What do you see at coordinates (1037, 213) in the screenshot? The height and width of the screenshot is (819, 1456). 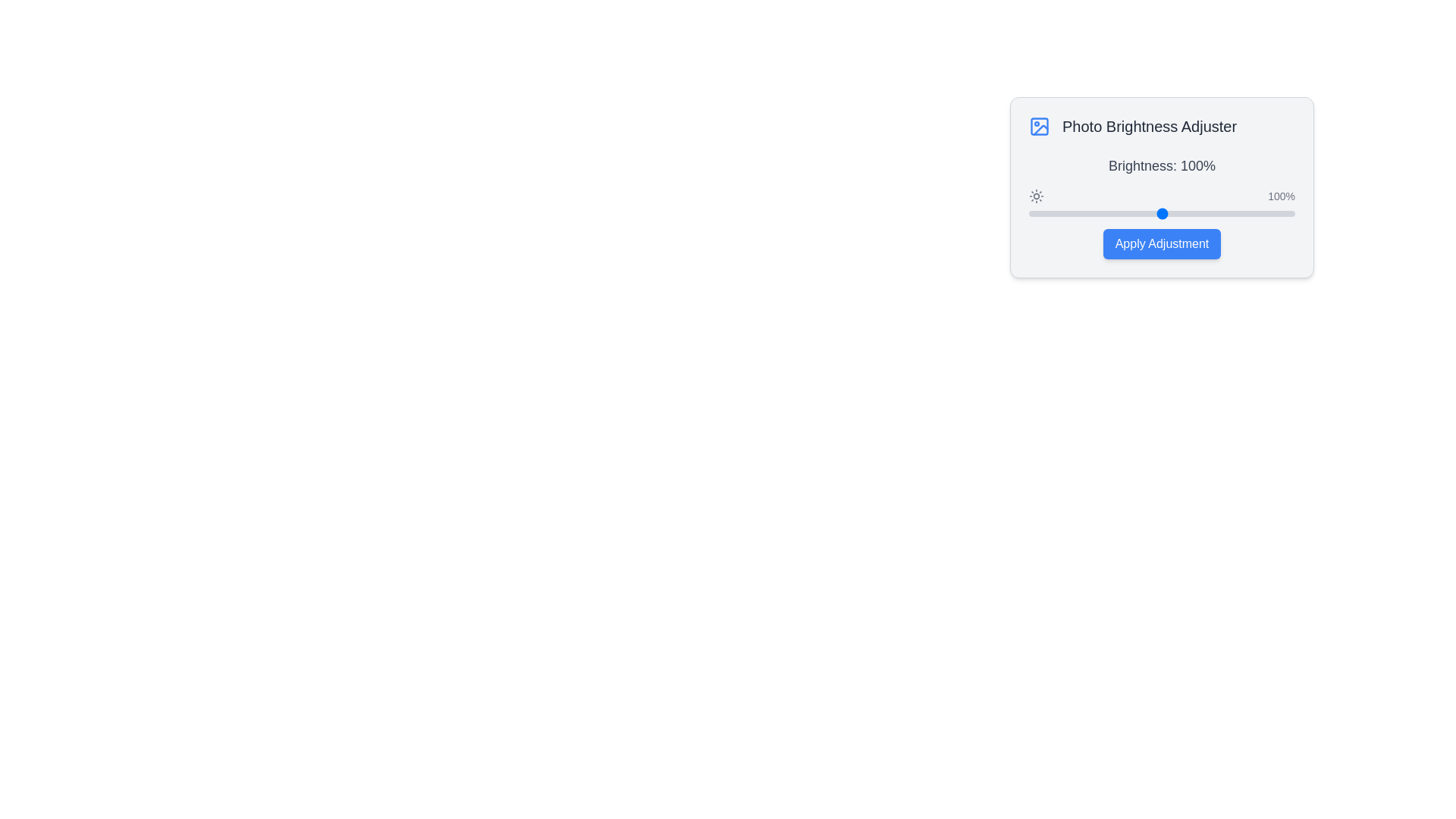 I see `the brightness slider to 7` at bounding box center [1037, 213].